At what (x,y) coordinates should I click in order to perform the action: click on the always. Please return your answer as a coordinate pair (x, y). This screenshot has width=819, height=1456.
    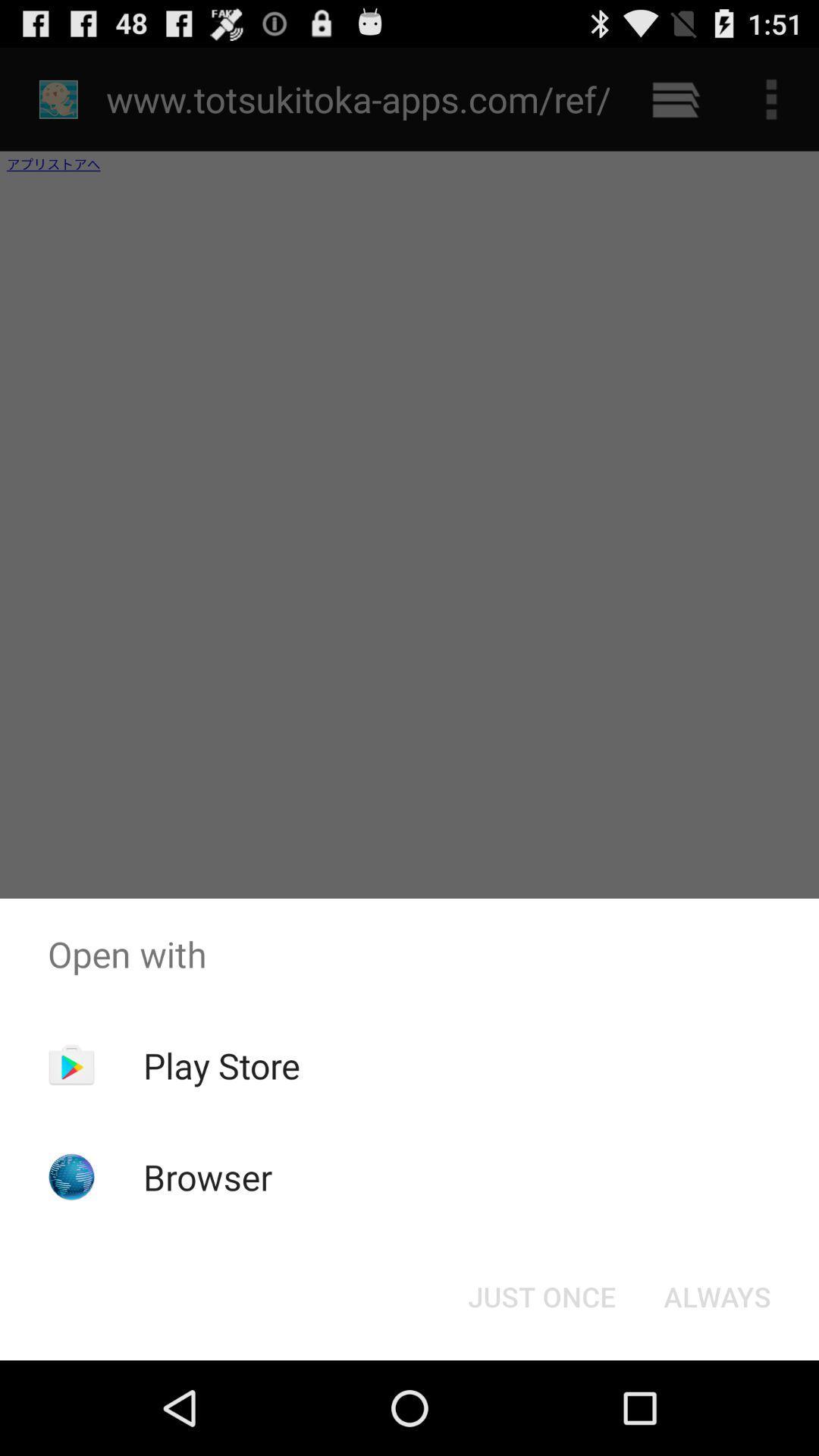
    Looking at the image, I should click on (717, 1295).